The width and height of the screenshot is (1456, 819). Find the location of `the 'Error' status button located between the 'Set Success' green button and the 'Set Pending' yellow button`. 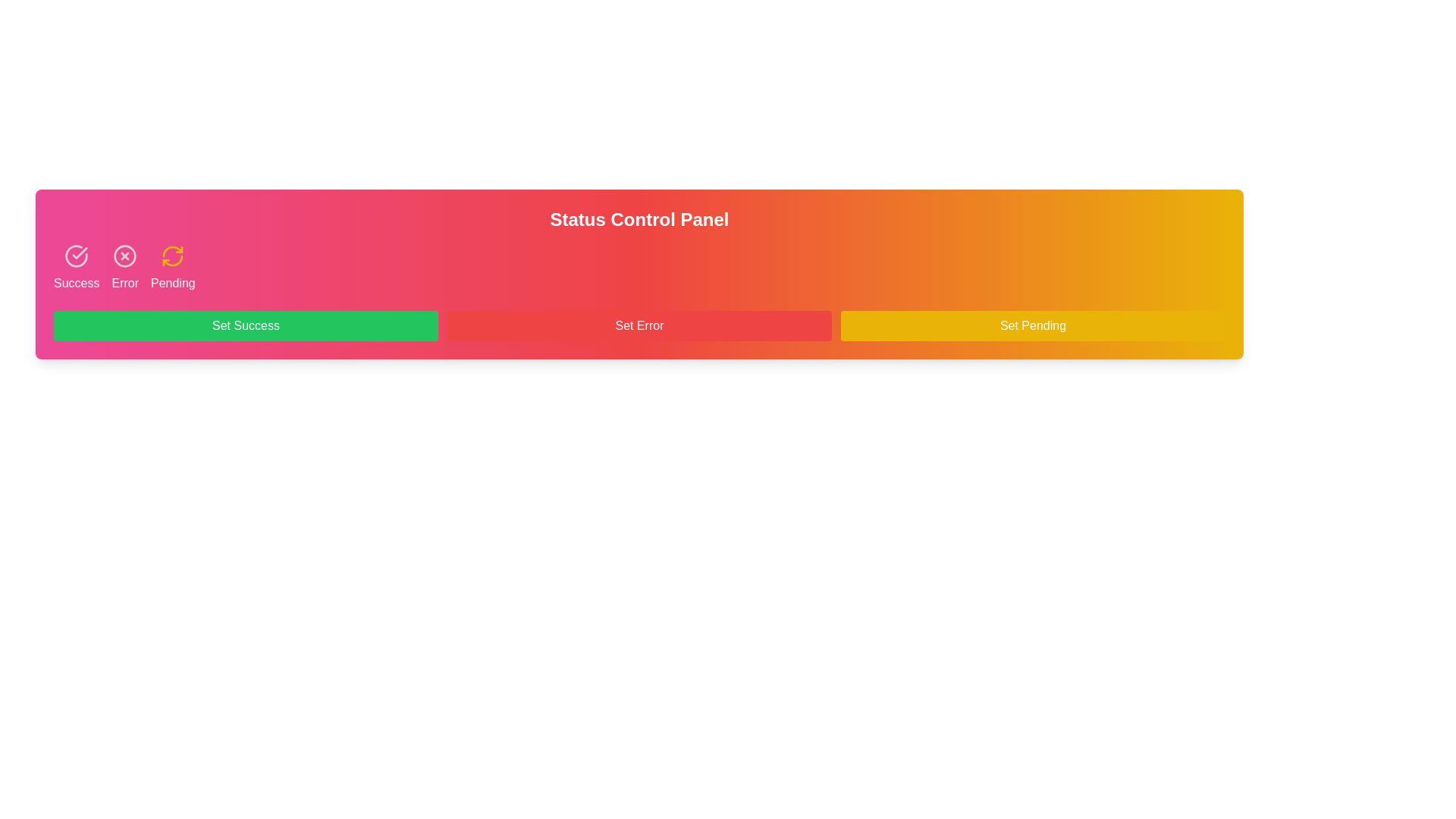

the 'Error' status button located between the 'Set Success' green button and the 'Set Pending' yellow button is located at coordinates (639, 325).